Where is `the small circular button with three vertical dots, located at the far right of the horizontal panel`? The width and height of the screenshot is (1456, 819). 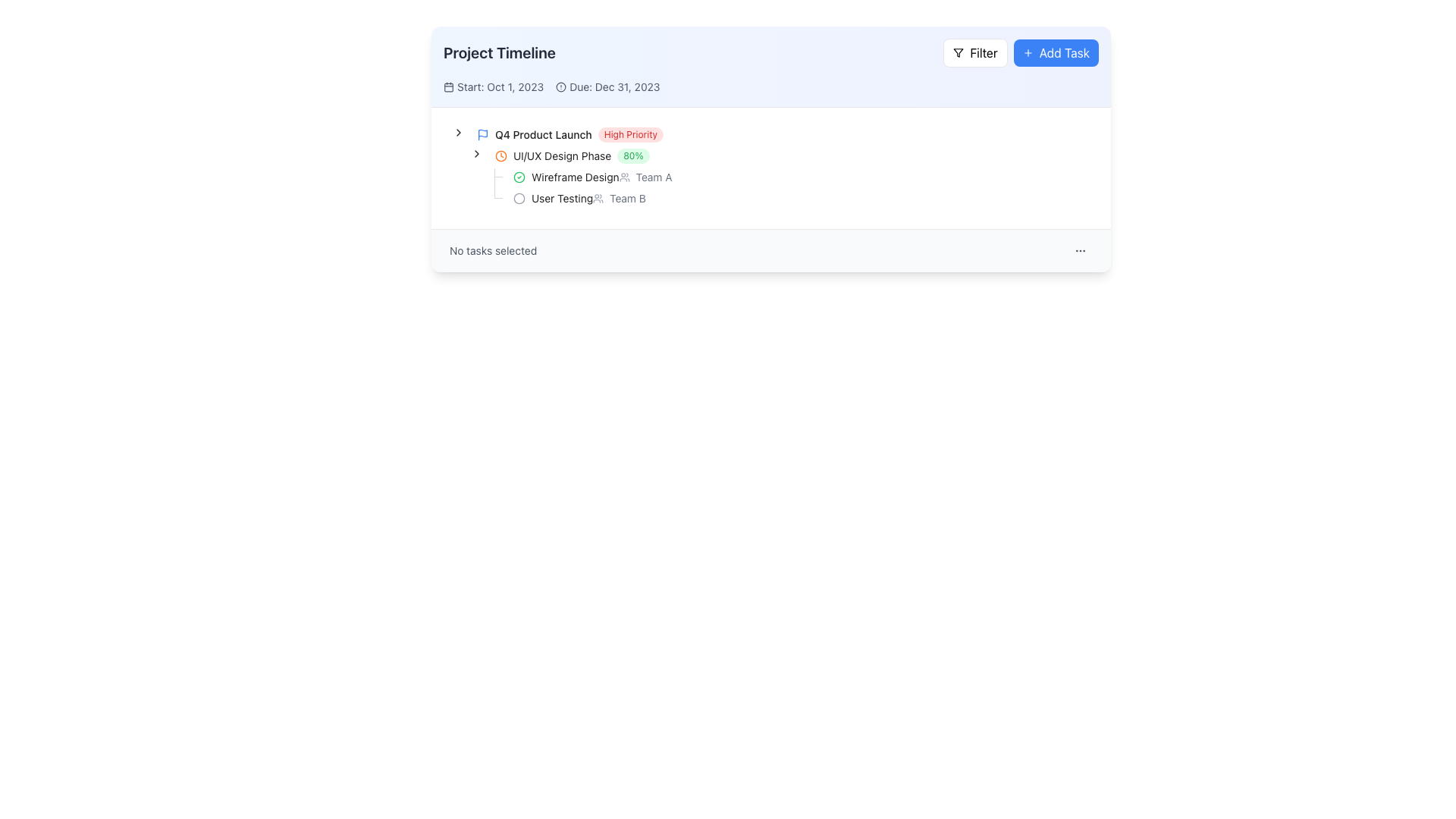
the small circular button with three vertical dots, located at the far right of the horizontal panel is located at coordinates (1080, 250).